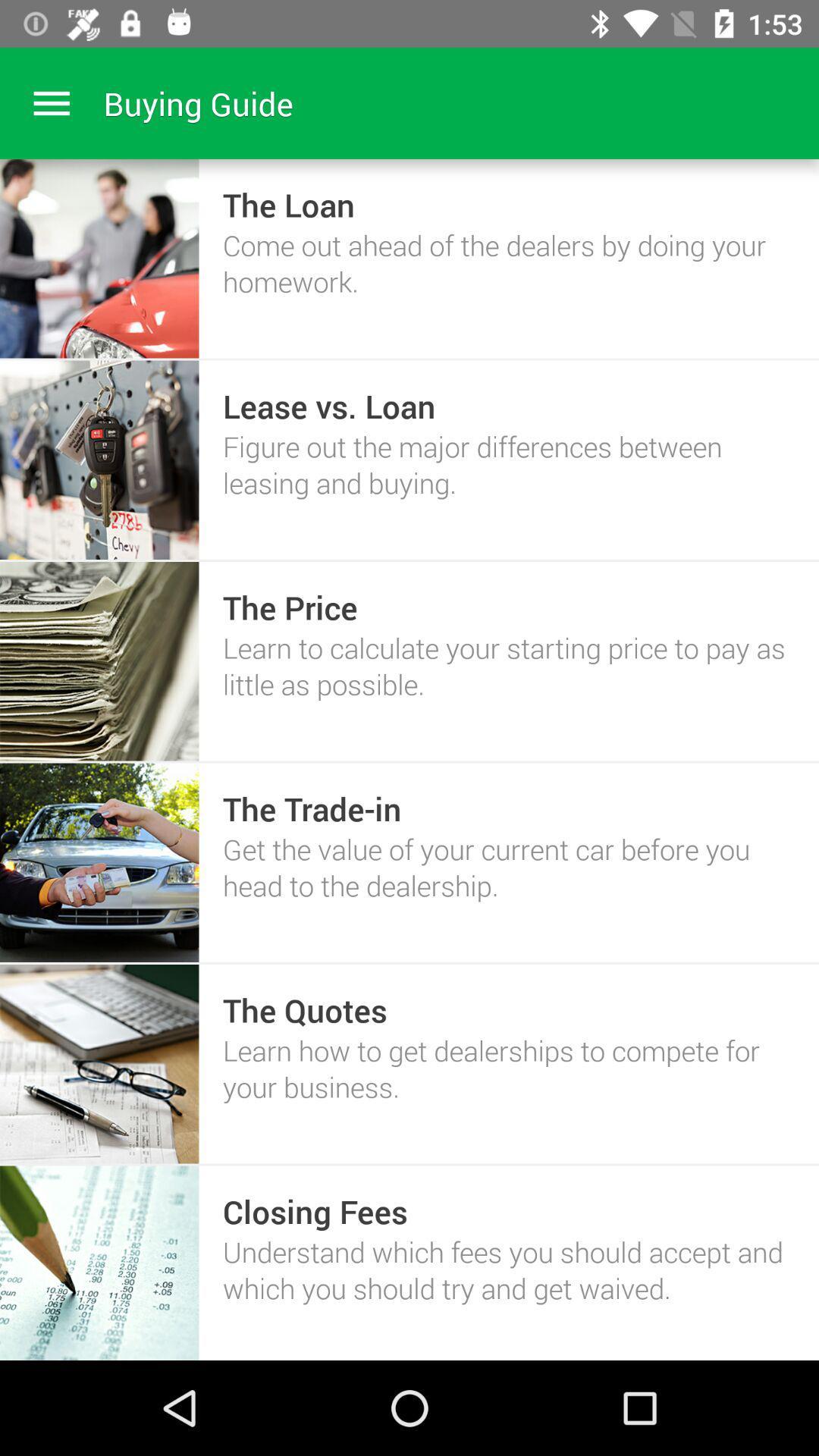  What do you see at coordinates (305, 1009) in the screenshot?
I see `the item below get the value icon` at bounding box center [305, 1009].